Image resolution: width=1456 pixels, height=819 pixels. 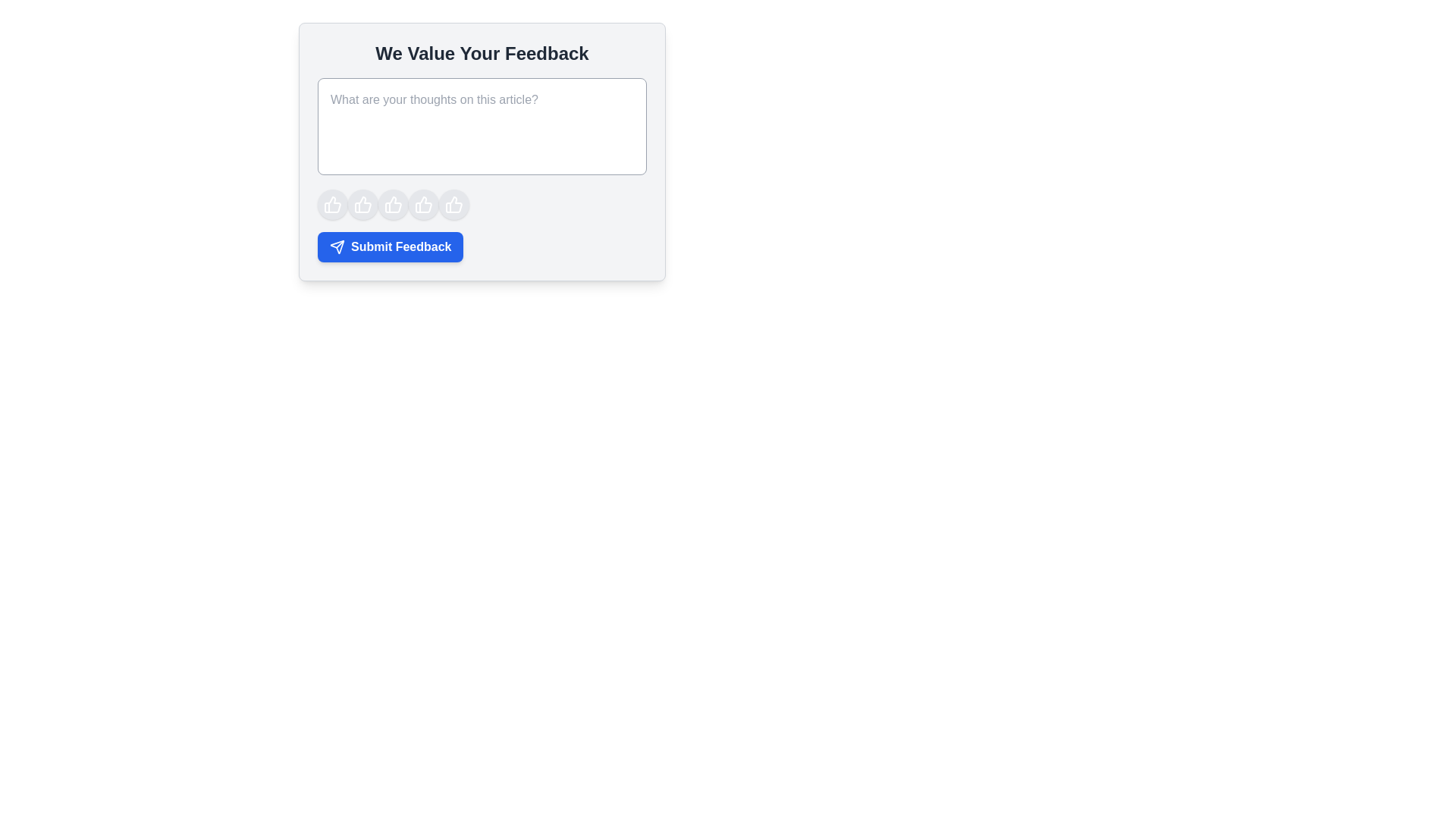 I want to click on the send or paper airplane icon within the 'Submit Feedback' button, which is visually represented as a geometric, angular vector graphic in an SVG component, so click(x=337, y=246).